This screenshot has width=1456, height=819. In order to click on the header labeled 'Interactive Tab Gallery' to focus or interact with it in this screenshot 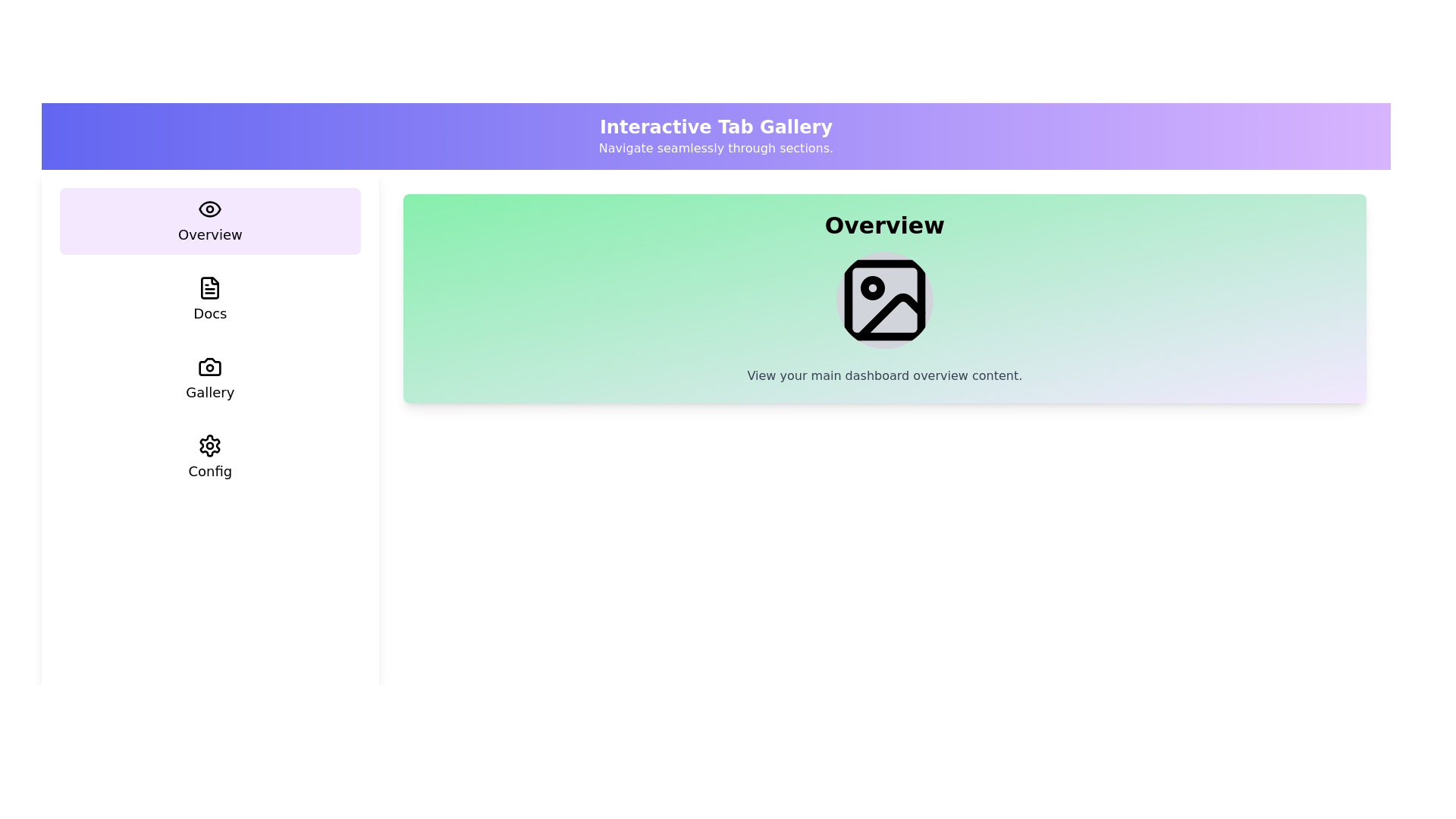, I will do `click(715, 136)`.